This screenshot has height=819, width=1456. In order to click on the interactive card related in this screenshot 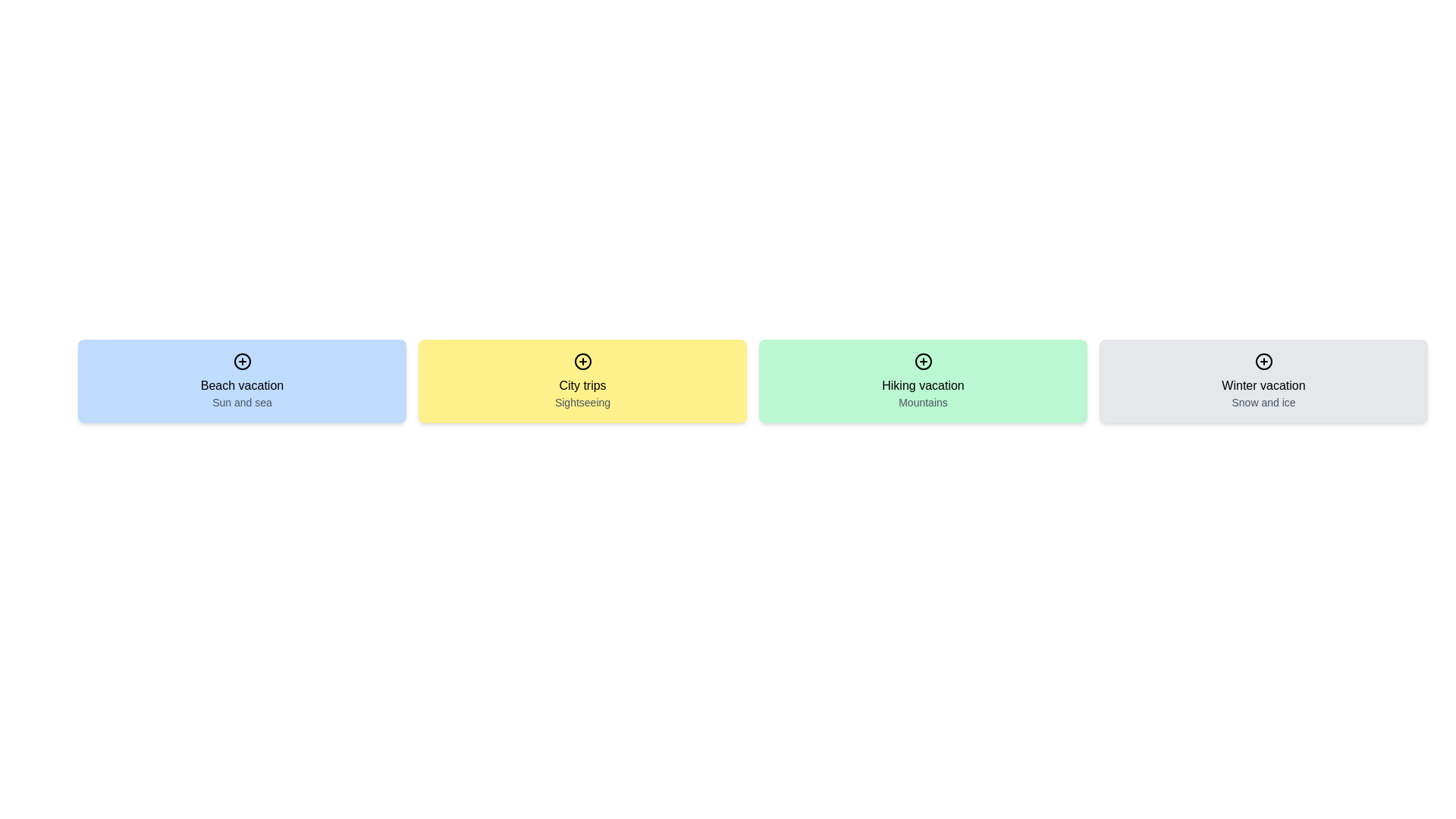, I will do `click(1263, 380)`.